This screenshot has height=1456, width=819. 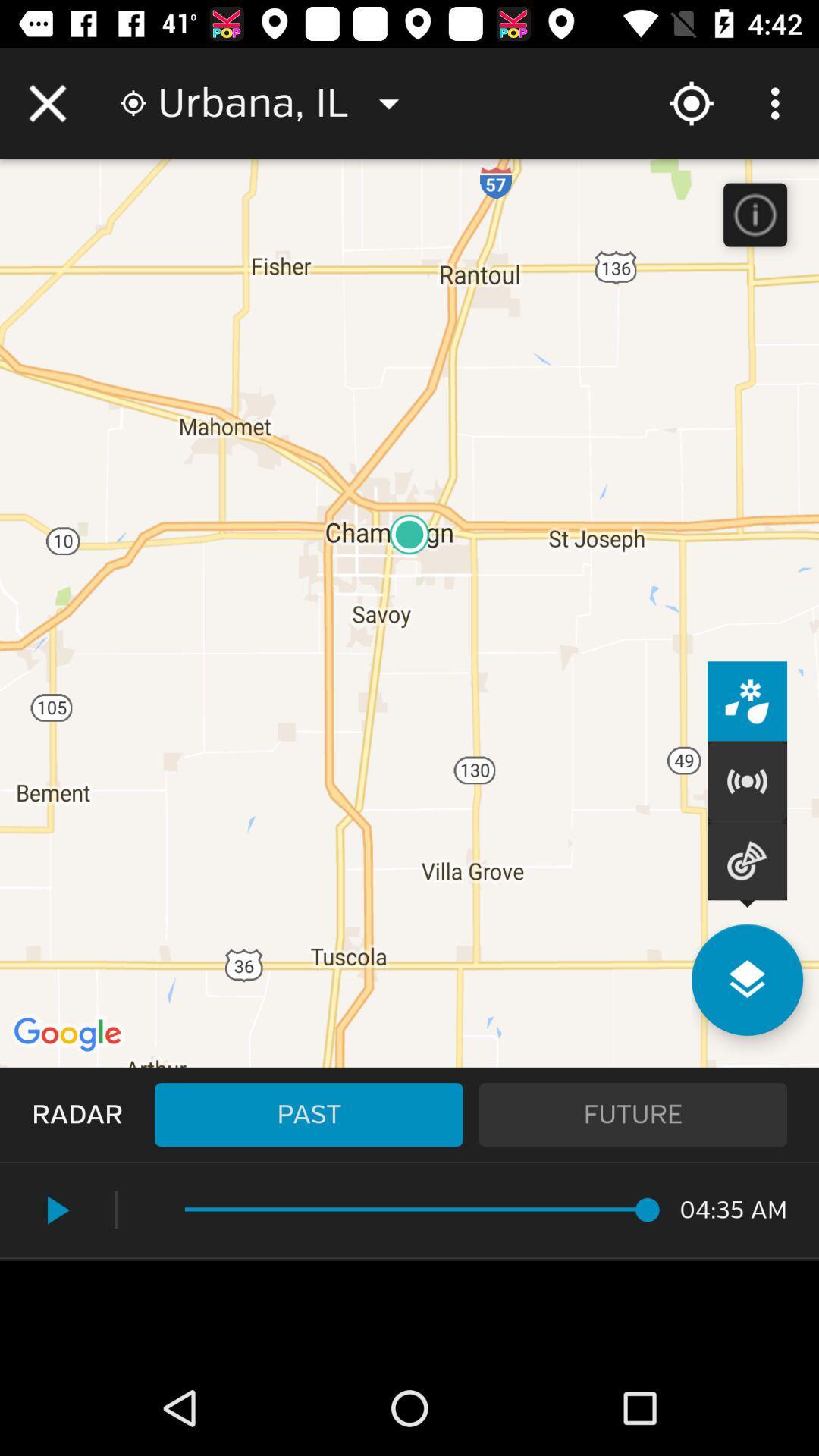 What do you see at coordinates (308, 1114) in the screenshot?
I see `the item below urbana, il item` at bounding box center [308, 1114].